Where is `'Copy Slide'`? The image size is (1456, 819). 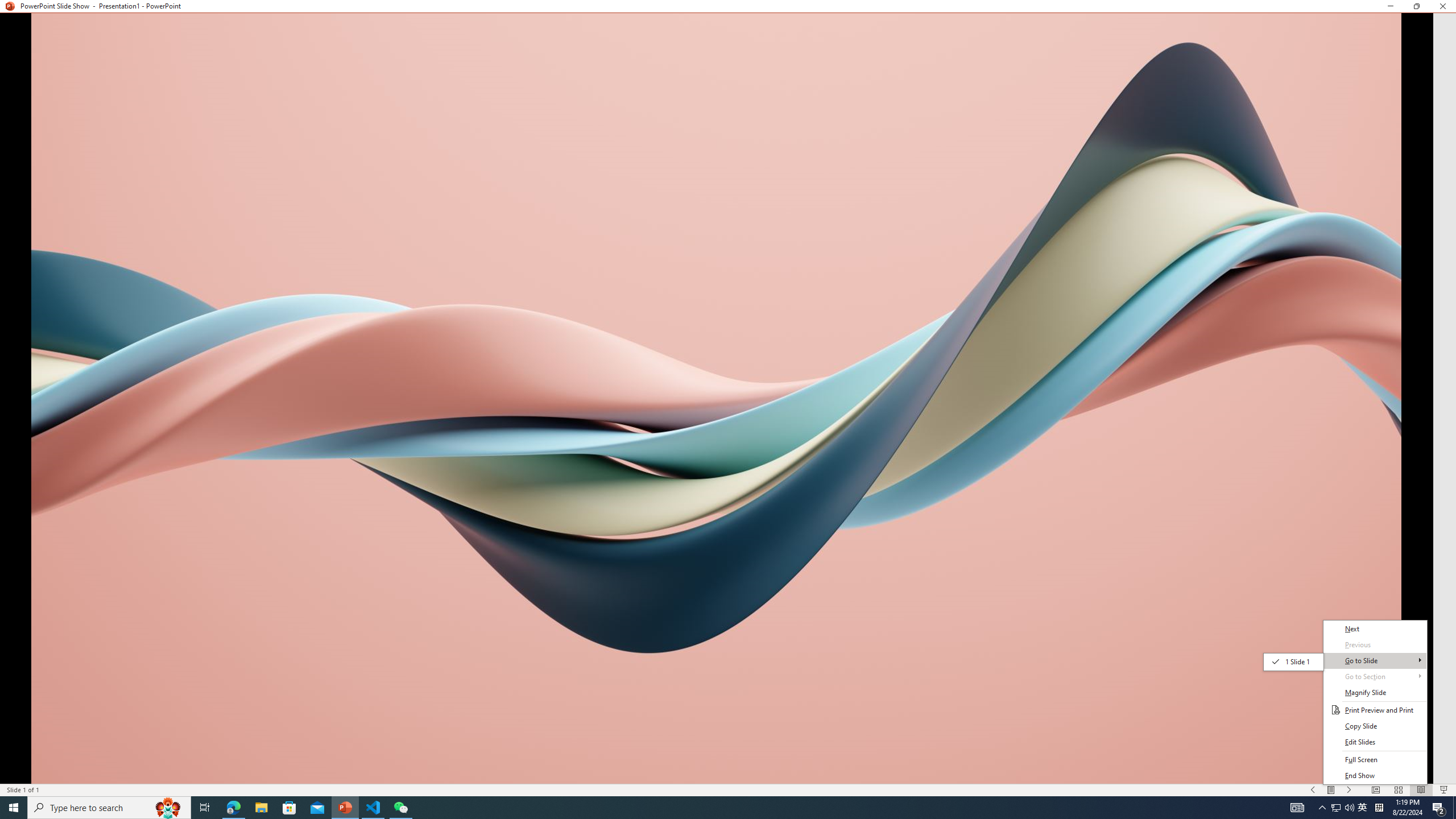
'Copy Slide' is located at coordinates (1375, 726).